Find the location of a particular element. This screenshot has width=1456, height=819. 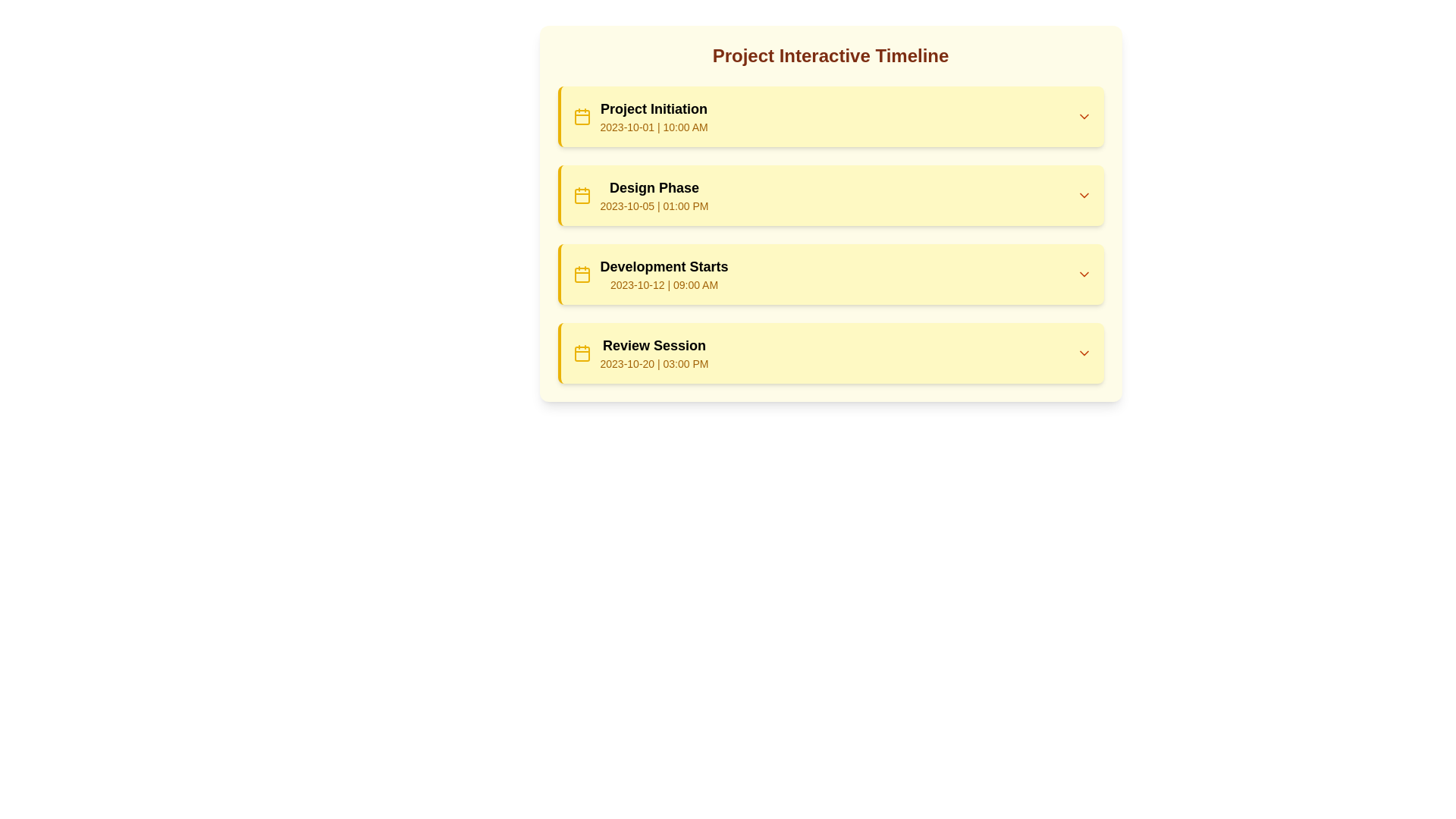

the orange chevron icon button located at the rightmost edge of the 'Development Starts' event is located at coordinates (1083, 275).